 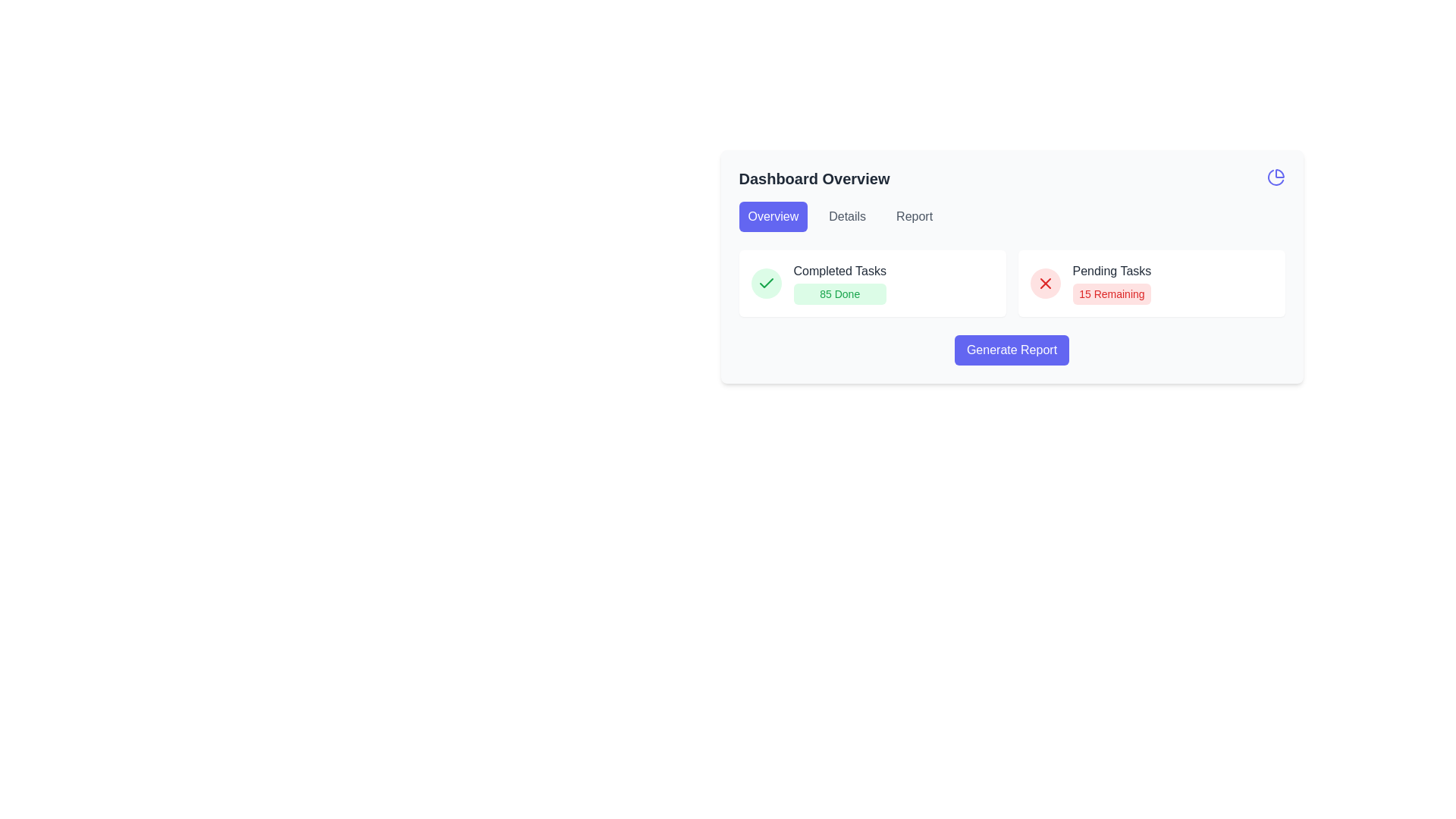 I want to click on the indigo button with white text that reads 'Generate Report' located below the 'Completed Tasks' and 'Pending Tasks' sections, so click(x=1012, y=350).